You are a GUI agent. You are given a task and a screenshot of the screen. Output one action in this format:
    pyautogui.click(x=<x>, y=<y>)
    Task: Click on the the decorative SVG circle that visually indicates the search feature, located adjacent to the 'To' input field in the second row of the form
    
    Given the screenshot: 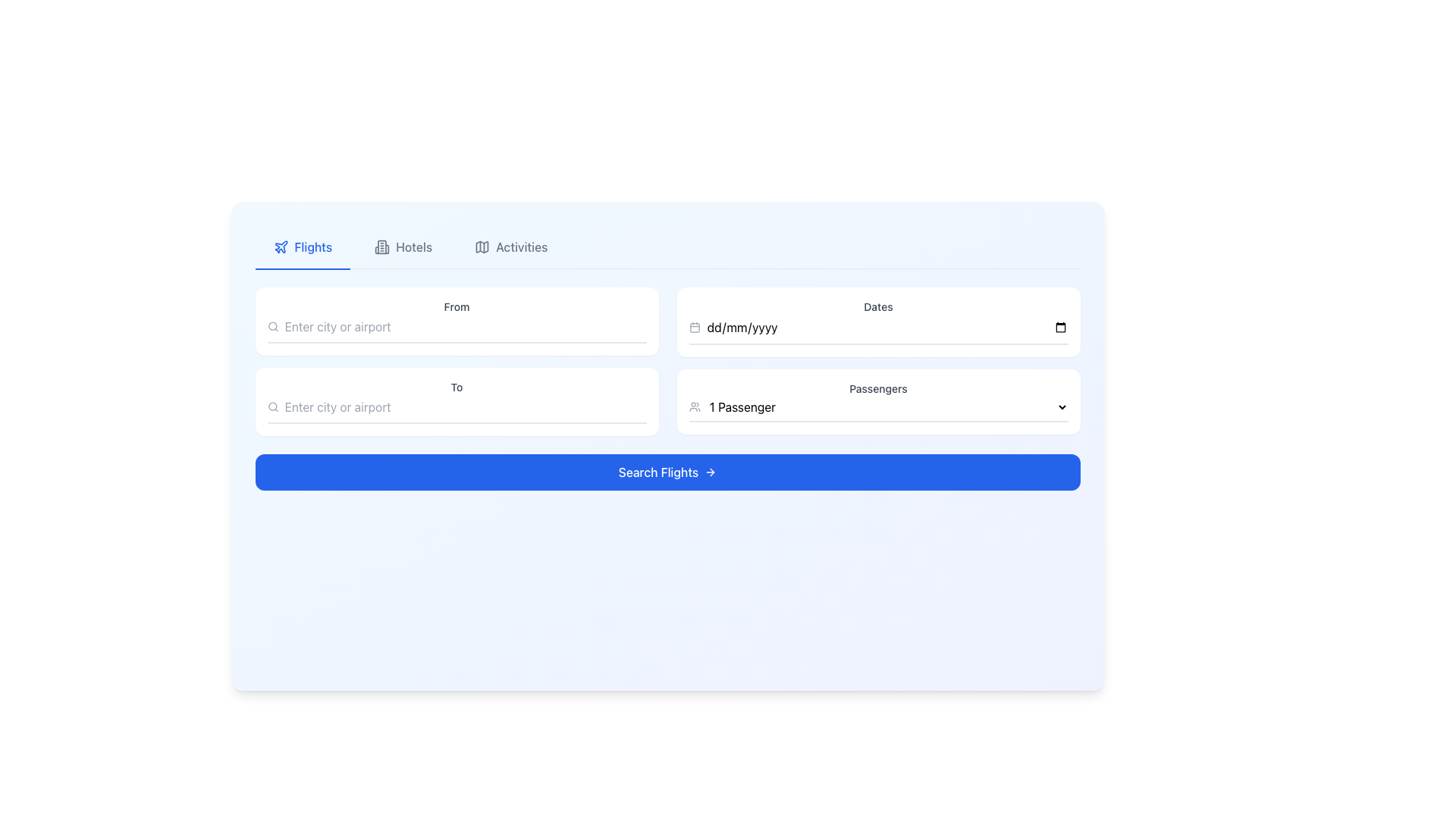 What is the action you would take?
    pyautogui.click(x=272, y=325)
    